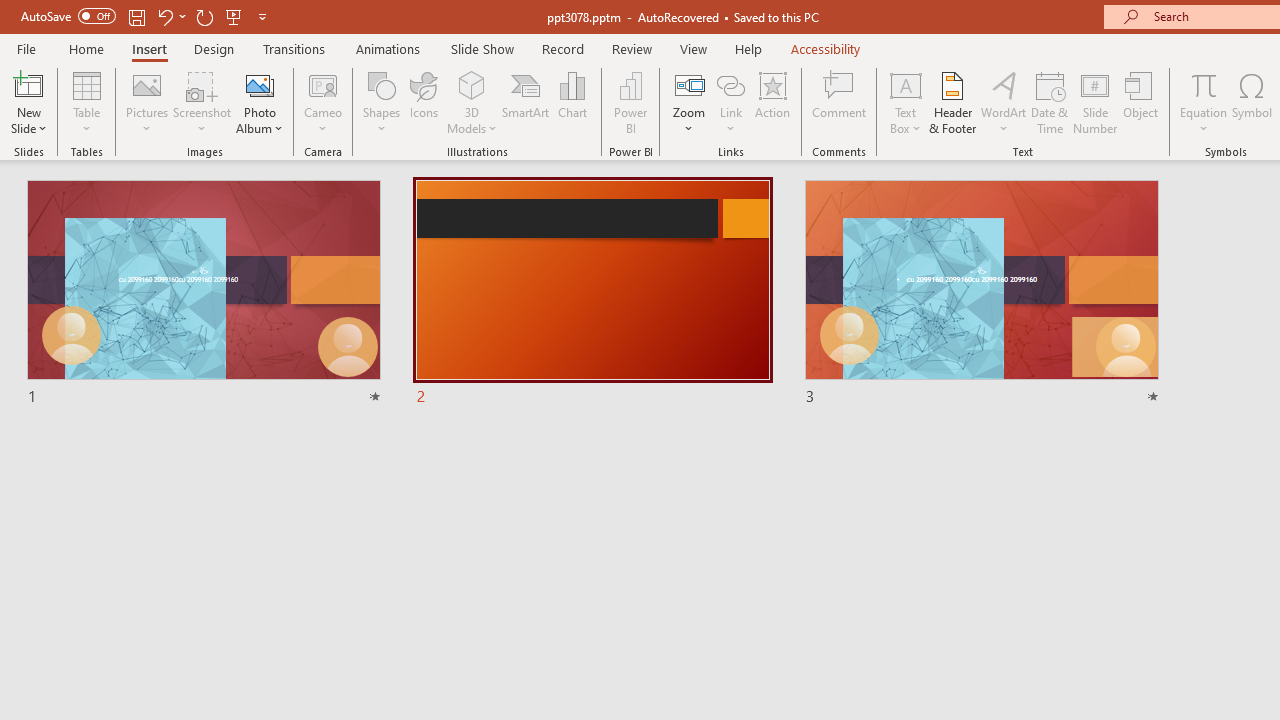 This screenshot has height=720, width=1280. I want to click on 'Slide Show', so click(481, 48).